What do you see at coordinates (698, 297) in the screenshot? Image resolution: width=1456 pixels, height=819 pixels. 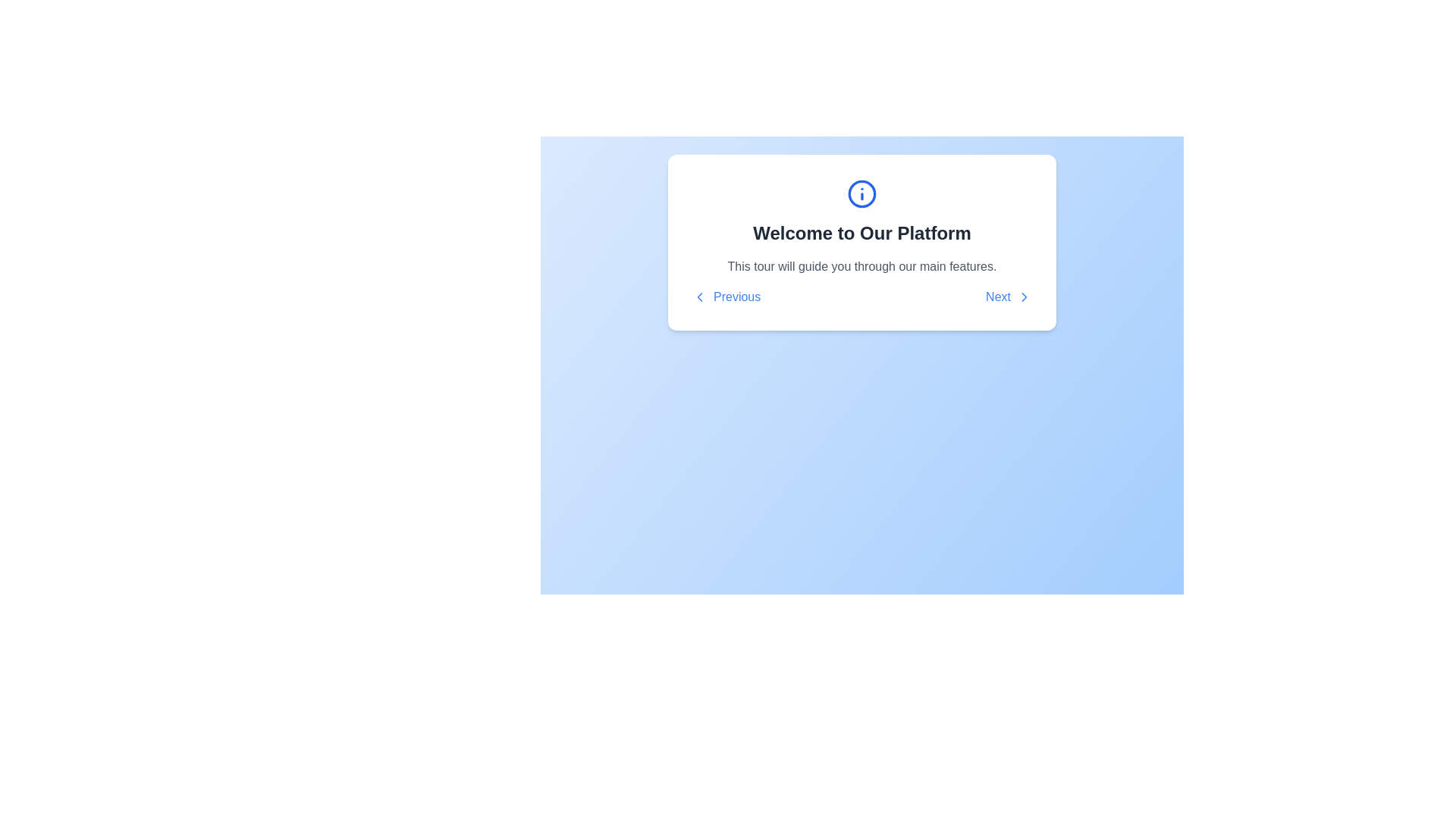 I see `the 'Previous' navigation icon located at the bottom-left corner of the card` at bounding box center [698, 297].